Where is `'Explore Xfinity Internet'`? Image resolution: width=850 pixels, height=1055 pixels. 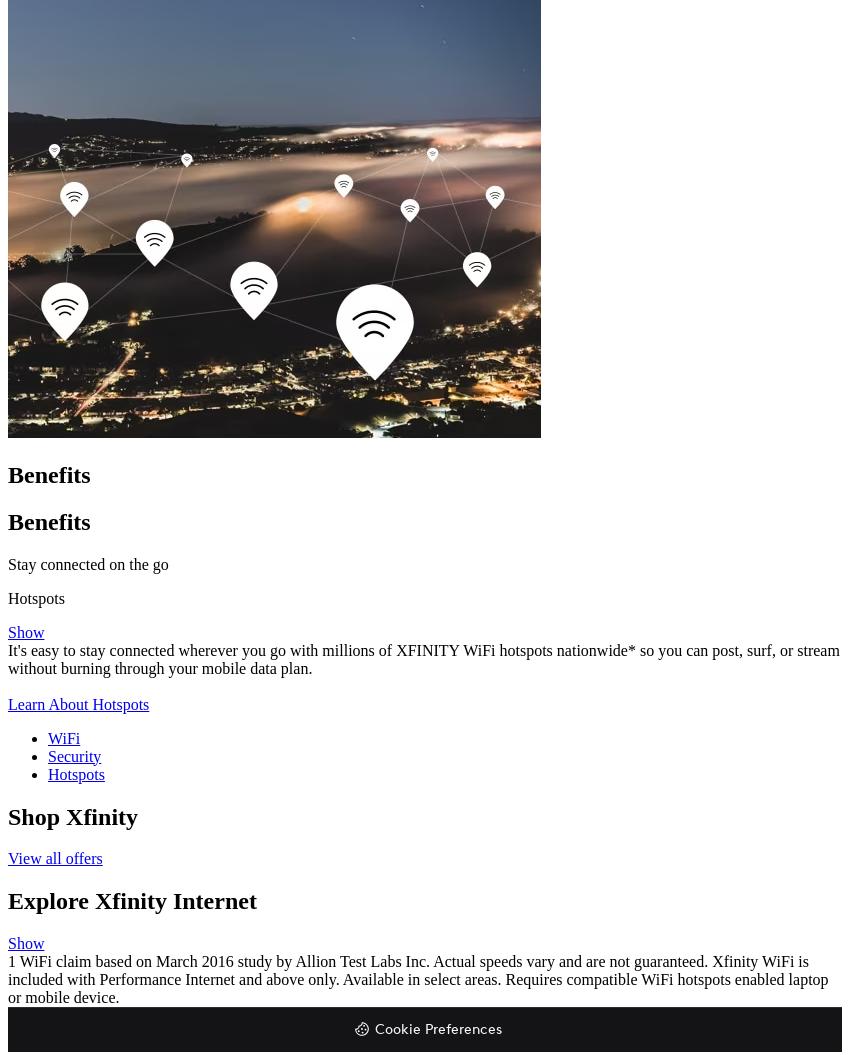 'Explore Xfinity Internet' is located at coordinates (132, 899).